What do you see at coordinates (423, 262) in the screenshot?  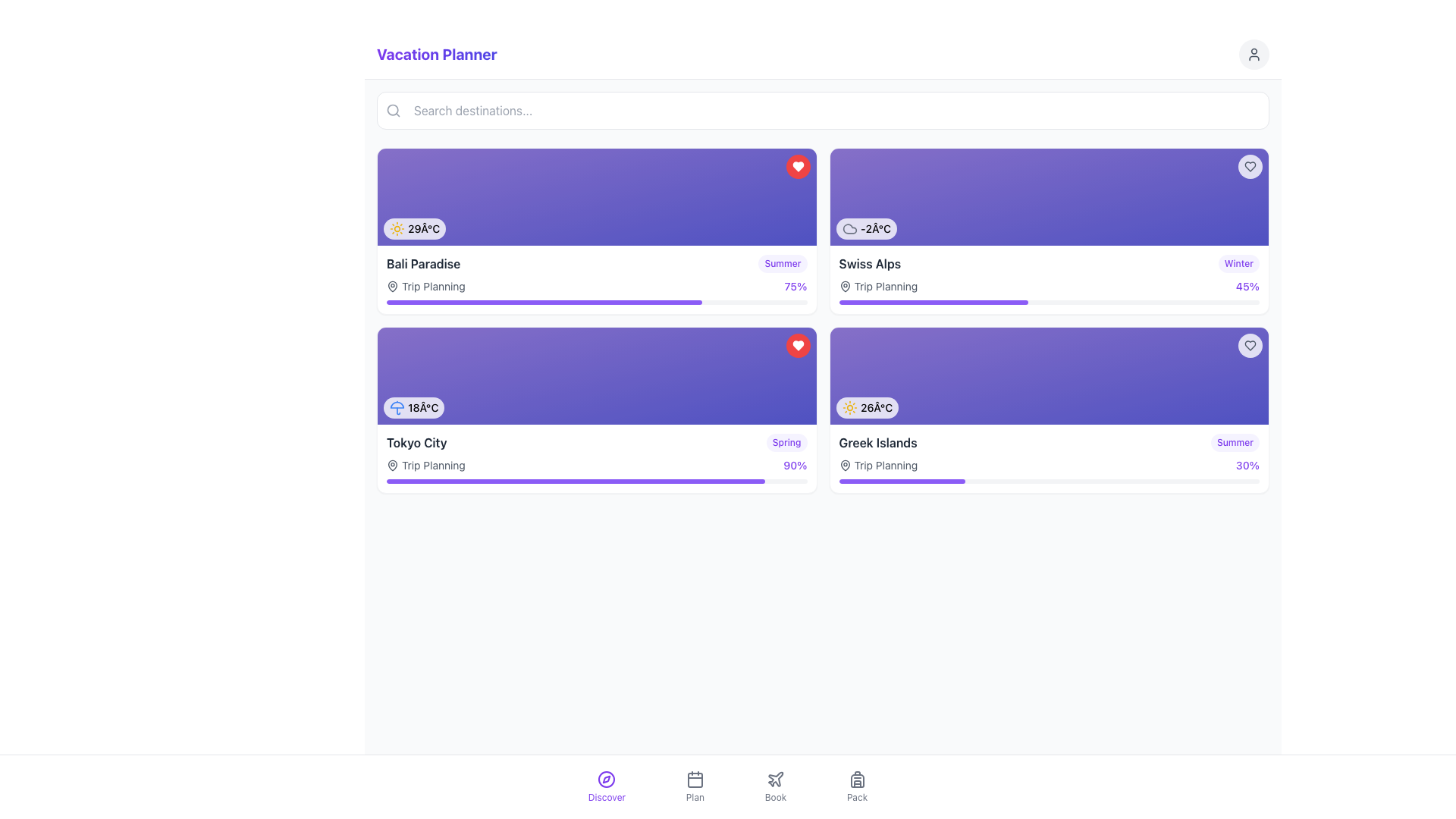 I see `the travel destination` at bounding box center [423, 262].